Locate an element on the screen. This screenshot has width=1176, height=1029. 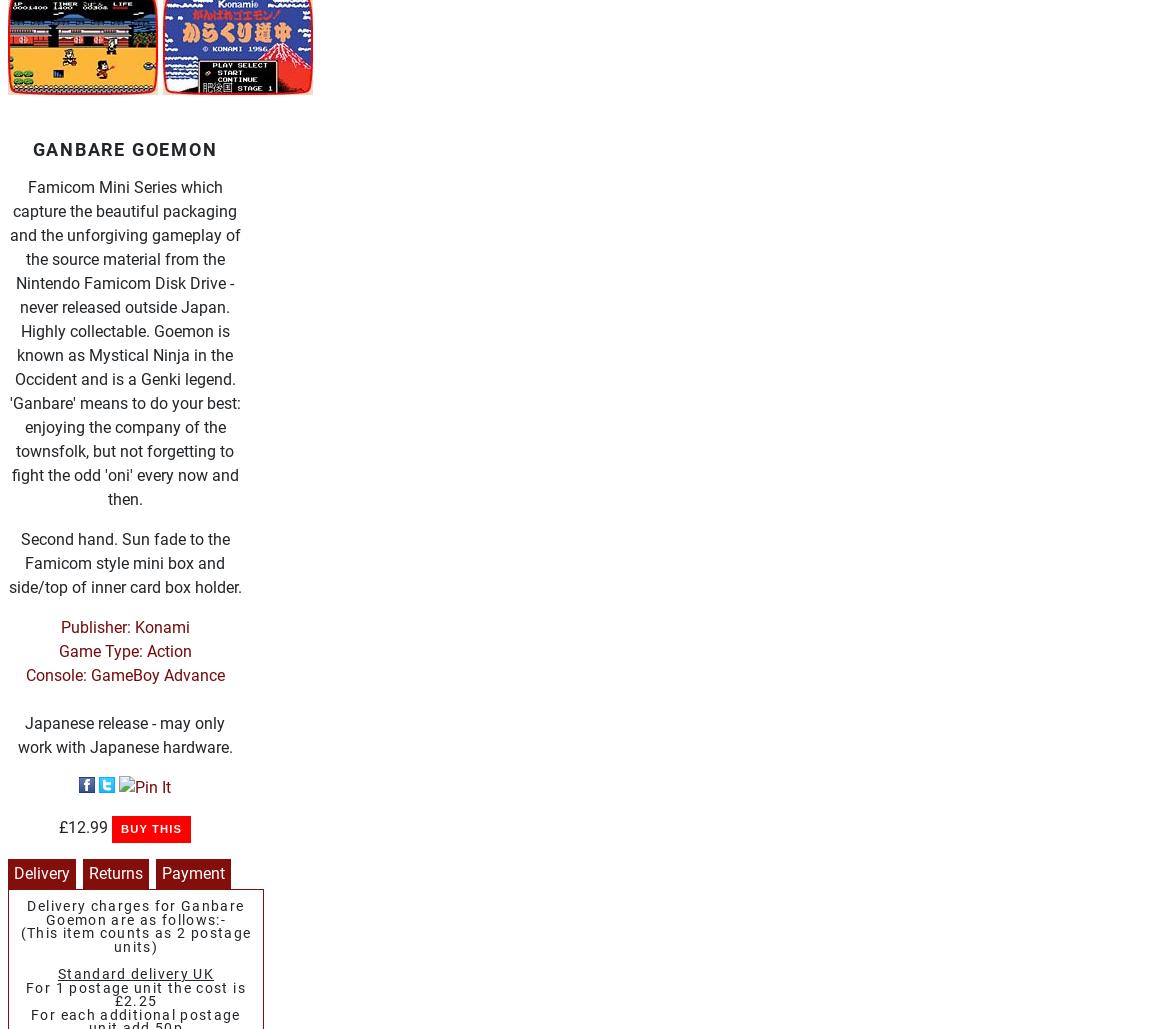
'Gameboy' is located at coordinates (140, 234).